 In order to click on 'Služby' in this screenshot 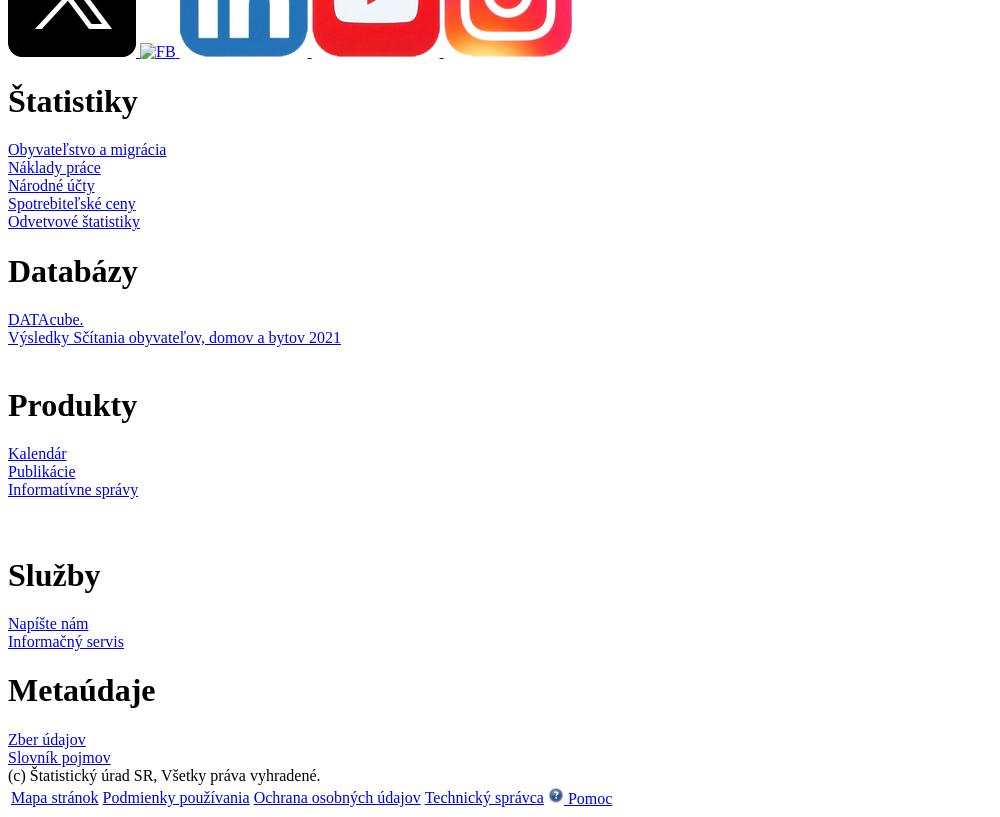, I will do `click(54, 574)`.